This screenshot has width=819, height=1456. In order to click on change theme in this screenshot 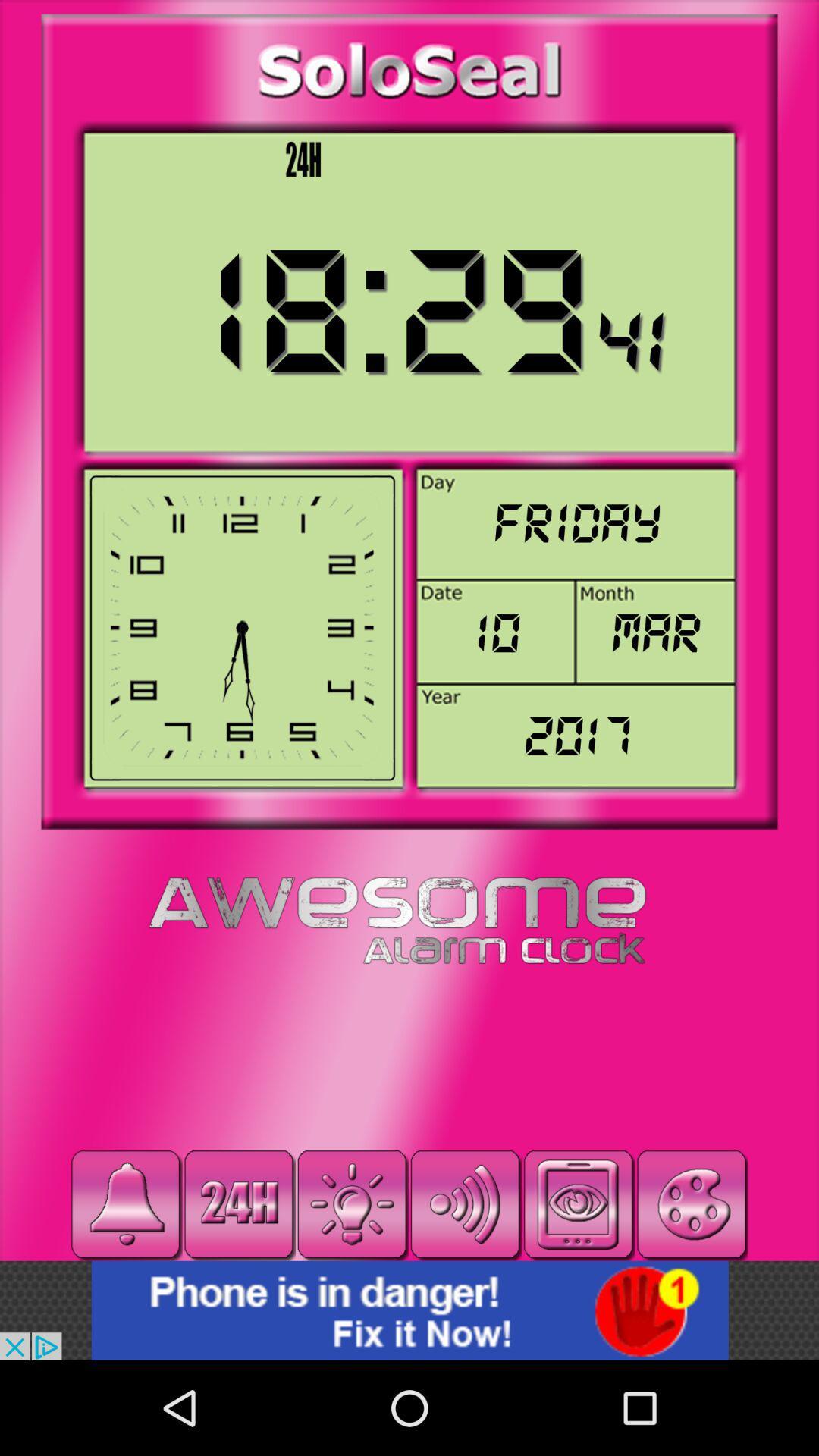, I will do `click(692, 1203)`.